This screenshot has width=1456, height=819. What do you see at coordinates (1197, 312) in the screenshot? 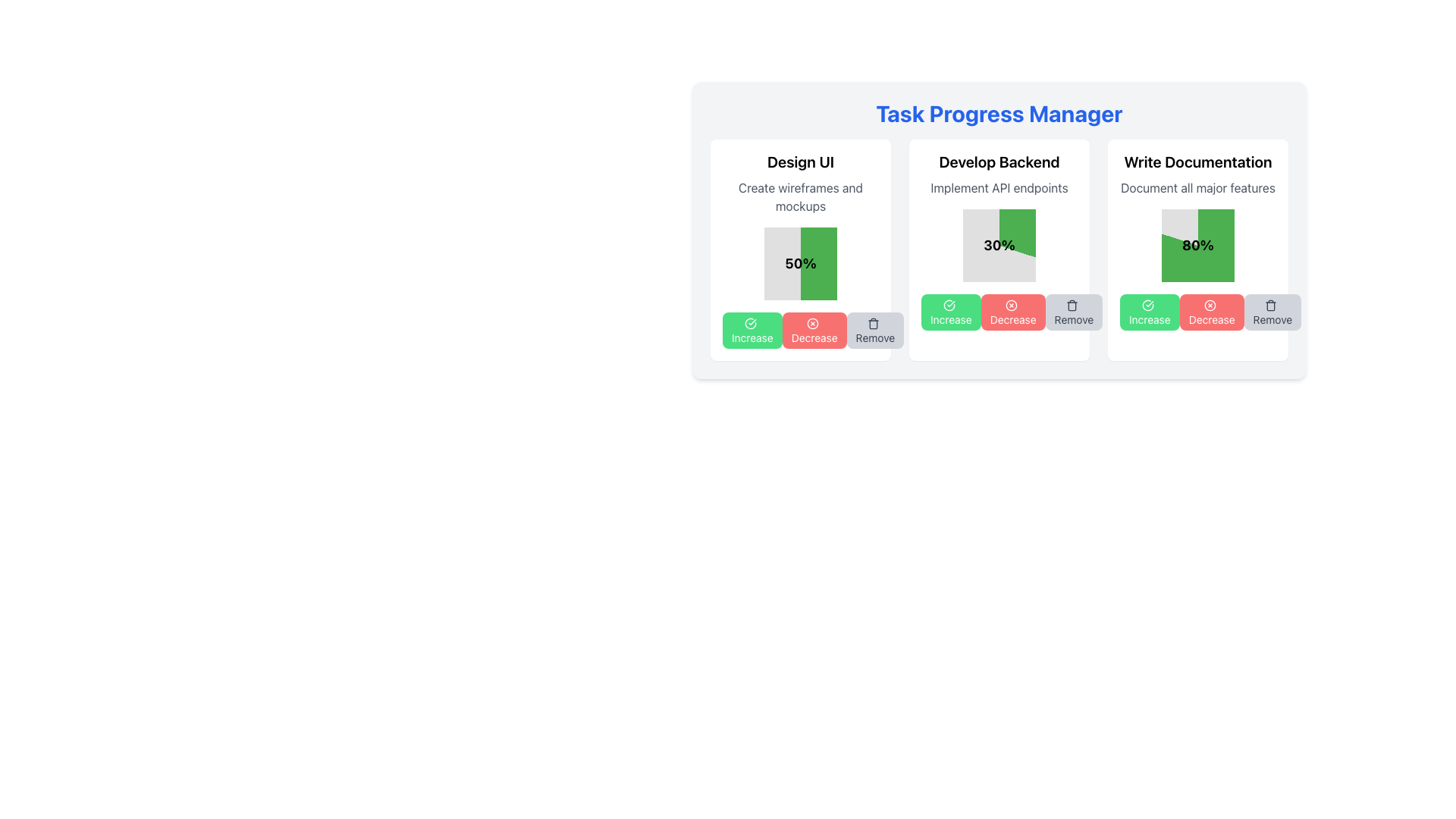
I see `the middle button styled with a red background and white text labeled 'Decrease'` at bounding box center [1197, 312].